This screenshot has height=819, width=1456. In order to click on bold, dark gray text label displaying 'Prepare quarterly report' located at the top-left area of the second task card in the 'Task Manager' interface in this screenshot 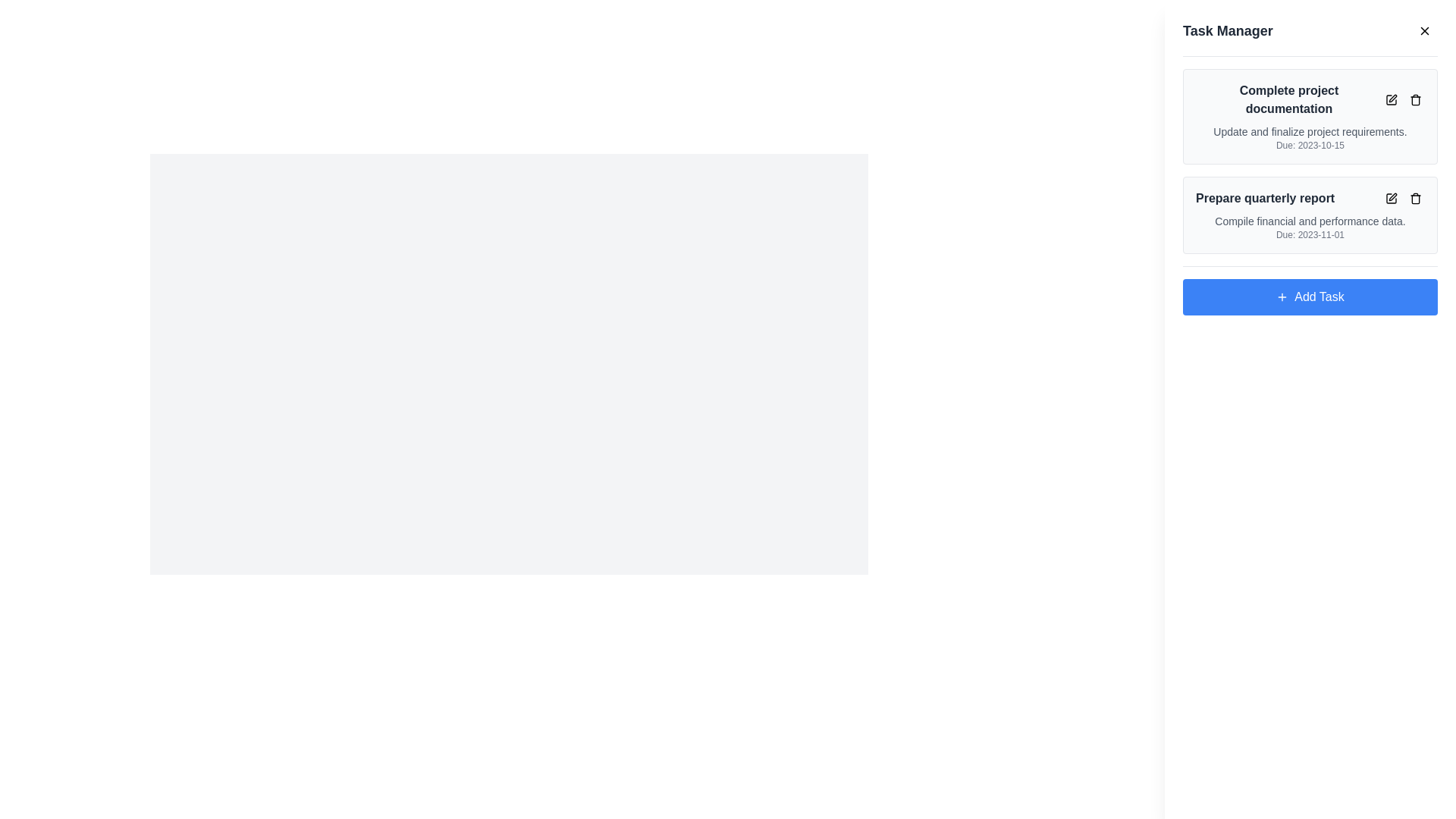, I will do `click(1310, 198)`.